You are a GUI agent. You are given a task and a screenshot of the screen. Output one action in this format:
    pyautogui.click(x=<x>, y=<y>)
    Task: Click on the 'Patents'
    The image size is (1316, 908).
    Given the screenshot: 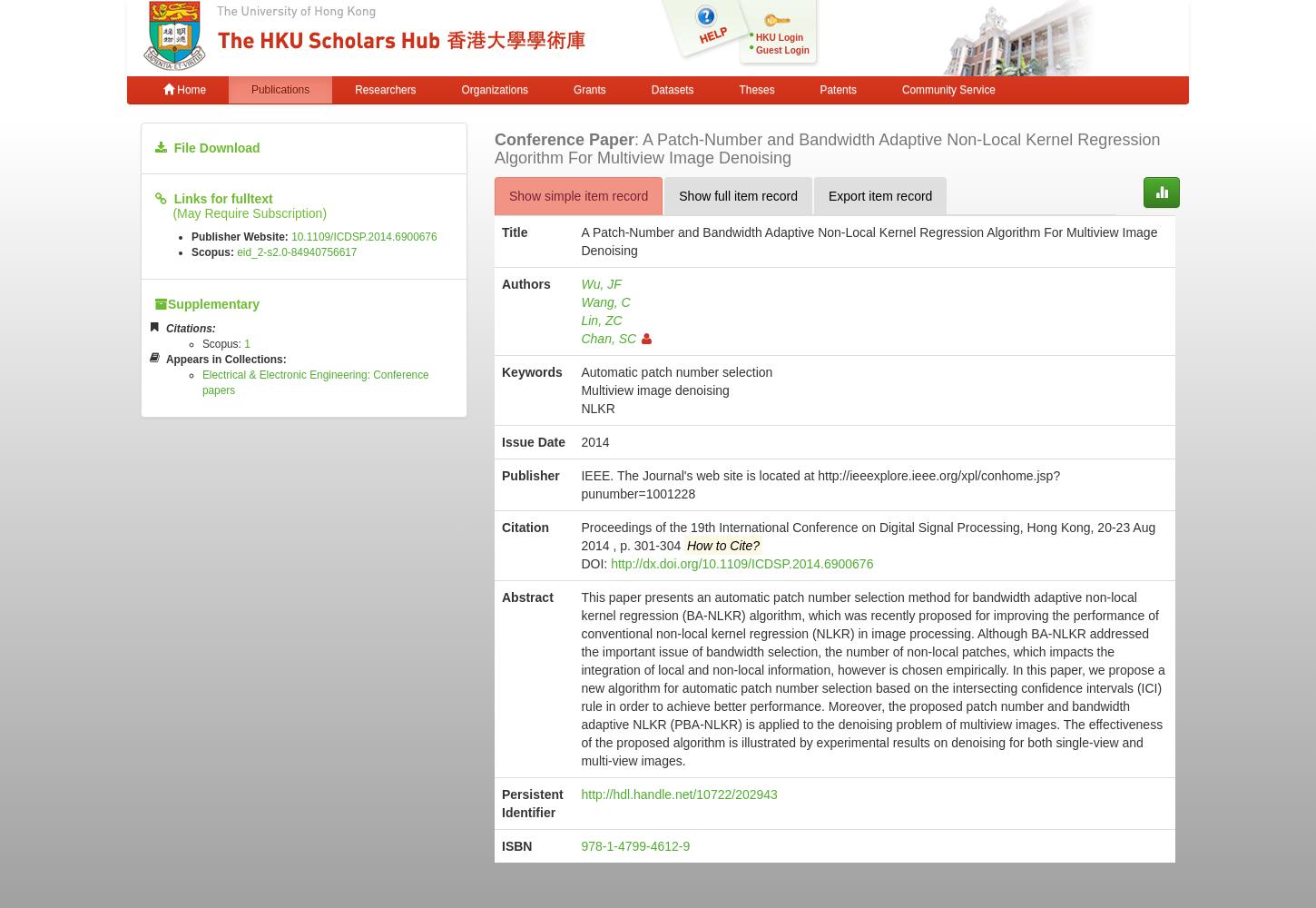 What is the action you would take?
    pyautogui.click(x=837, y=89)
    